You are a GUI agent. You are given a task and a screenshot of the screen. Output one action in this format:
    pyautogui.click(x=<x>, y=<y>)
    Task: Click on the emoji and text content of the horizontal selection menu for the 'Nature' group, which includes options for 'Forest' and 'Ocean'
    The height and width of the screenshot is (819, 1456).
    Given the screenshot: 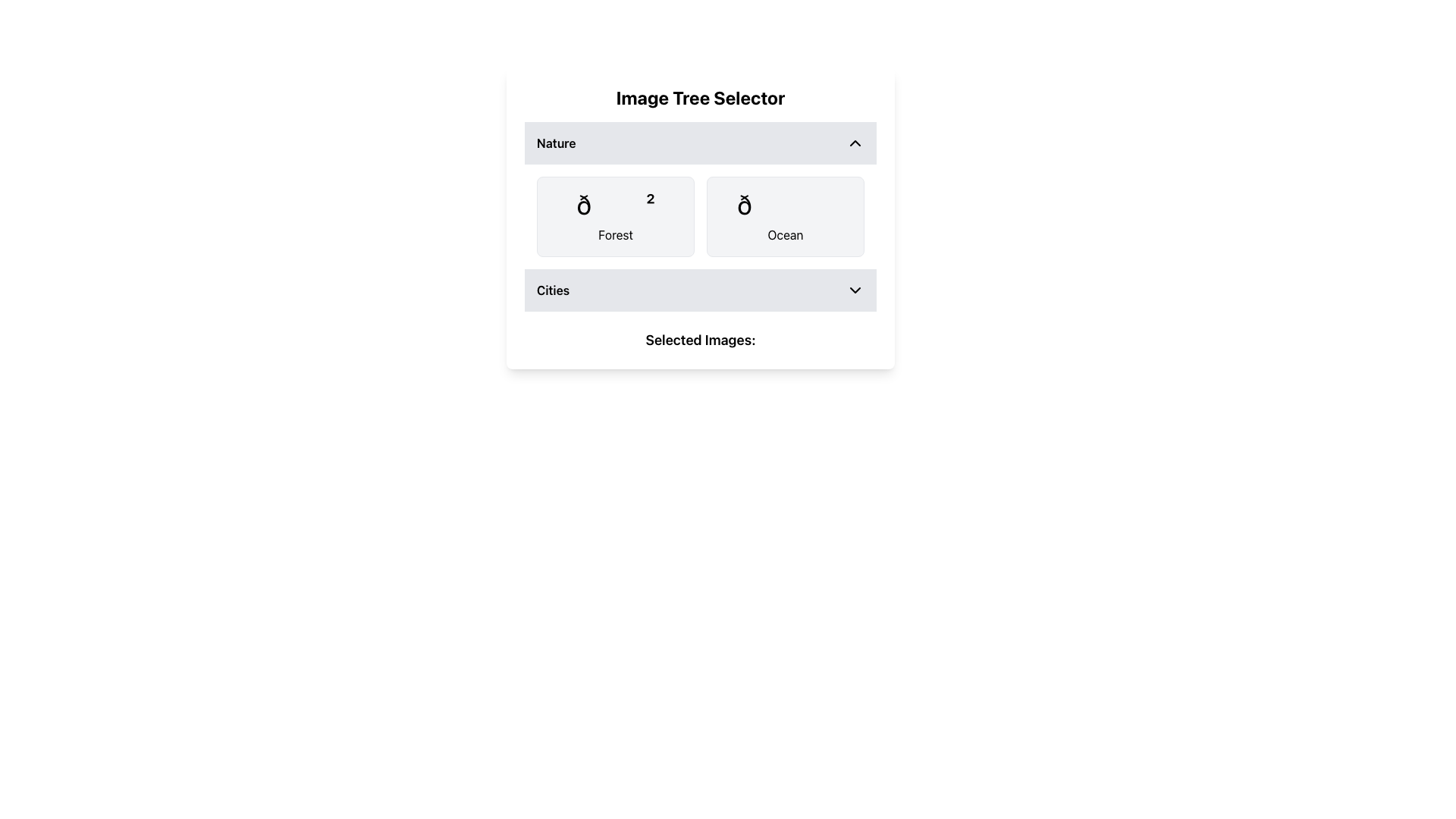 What is the action you would take?
    pyautogui.click(x=700, y=216)
    